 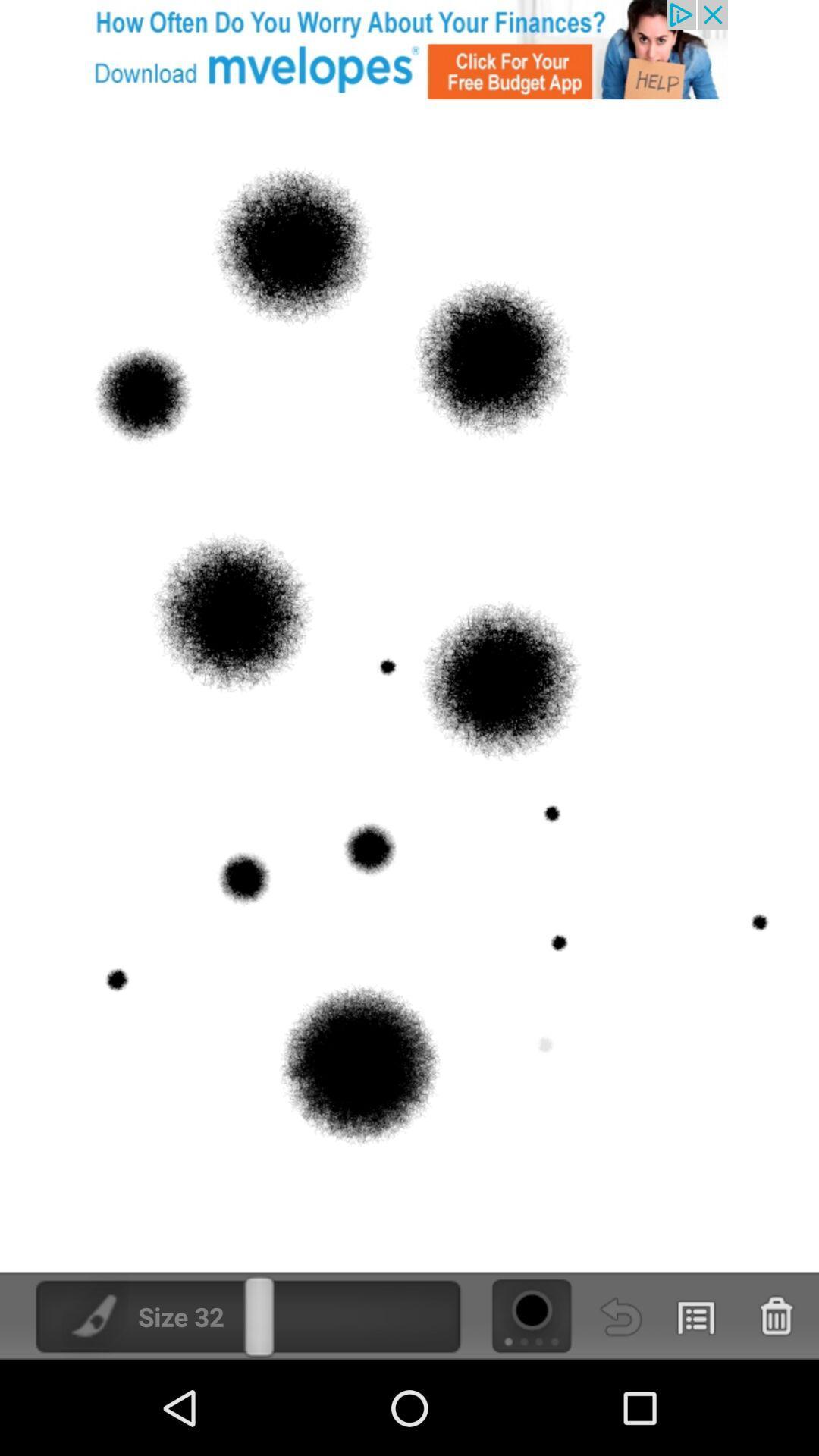 I want to click on open advertisement, so click(x=409, y=49).